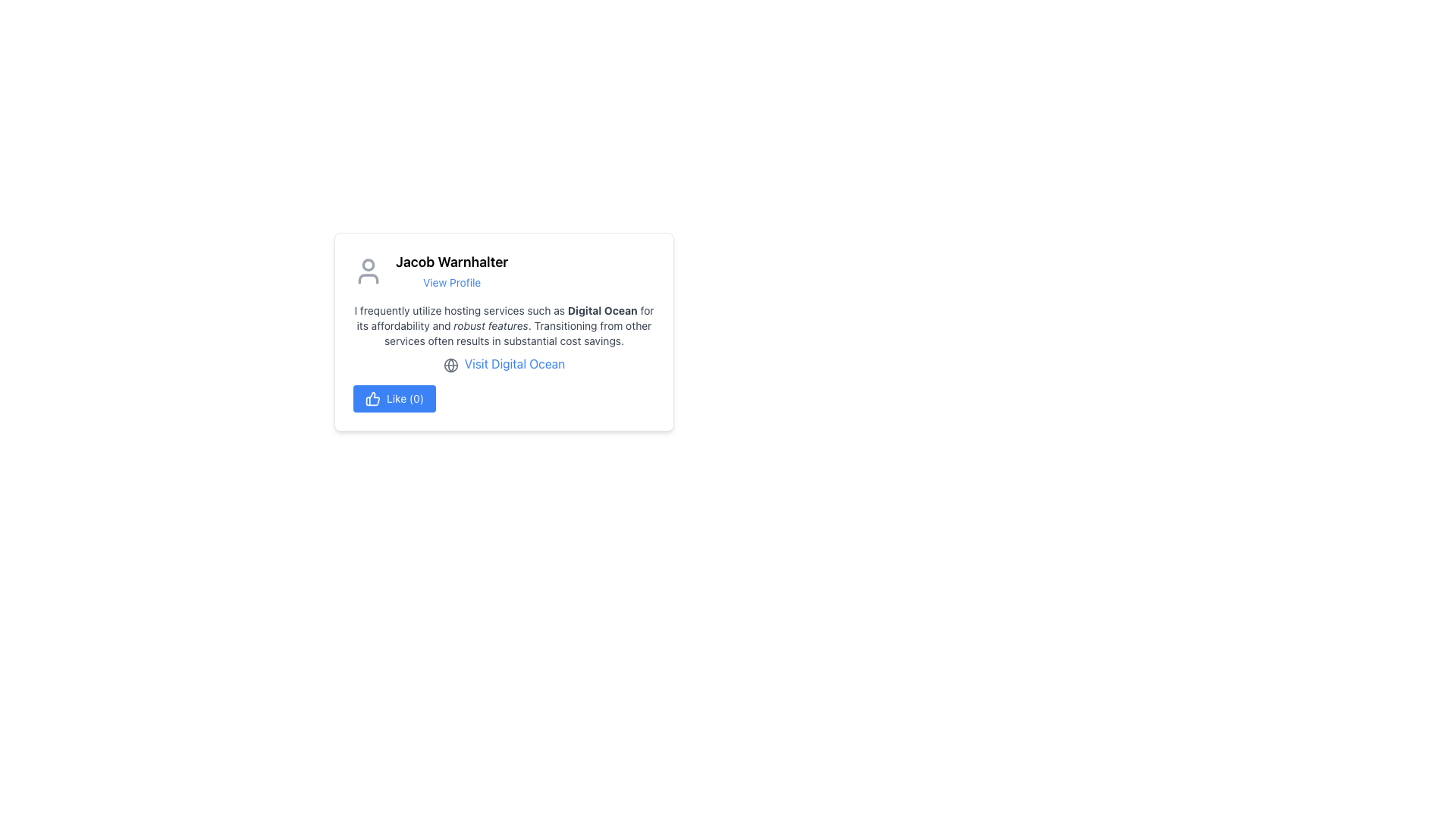 The height and width of the screenshot is (819, 1456). I want to click on the decorative profile icon representing 'Jacob Warnhalter' located at the leftmost side of the profile card, so click(368, 271).